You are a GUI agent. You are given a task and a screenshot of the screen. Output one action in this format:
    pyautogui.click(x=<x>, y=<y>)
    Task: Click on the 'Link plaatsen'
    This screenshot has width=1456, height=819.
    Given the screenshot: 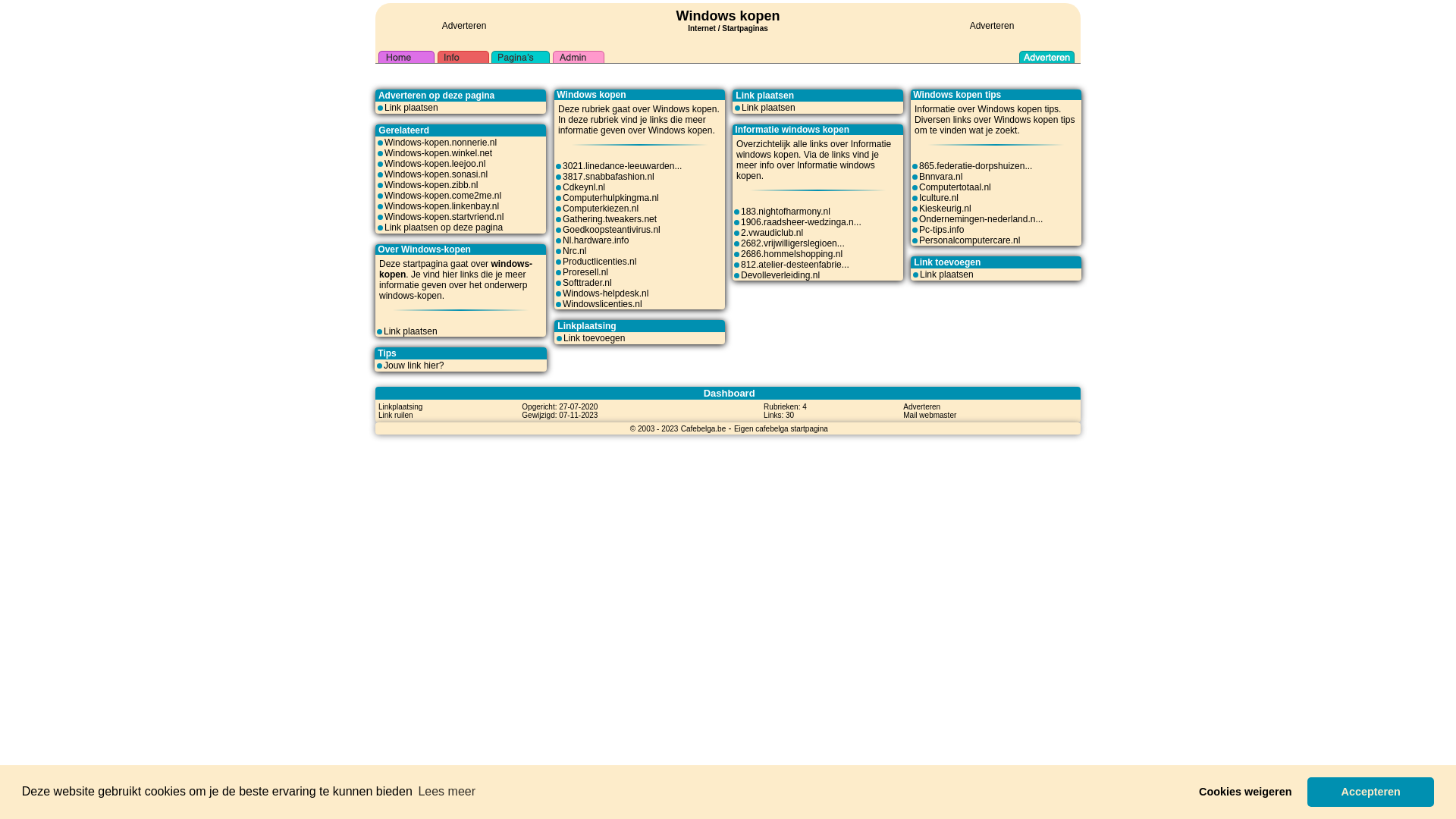 What is the action you would take?
    pyautogui.click(x=768, y=107)
    